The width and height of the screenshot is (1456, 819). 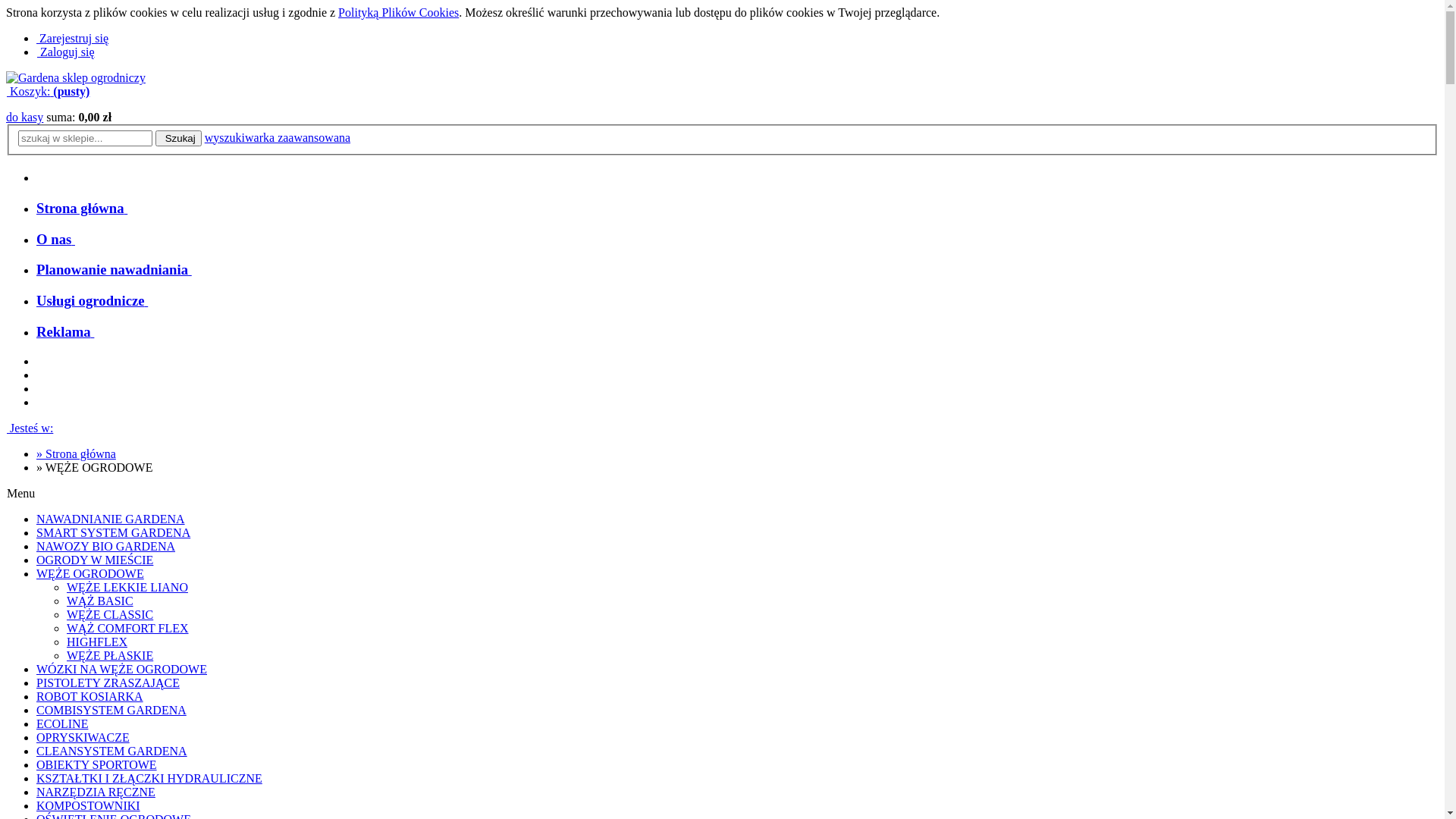 I want to click on 'ROBOT KOSIARKA', so click(x=89, y=696).